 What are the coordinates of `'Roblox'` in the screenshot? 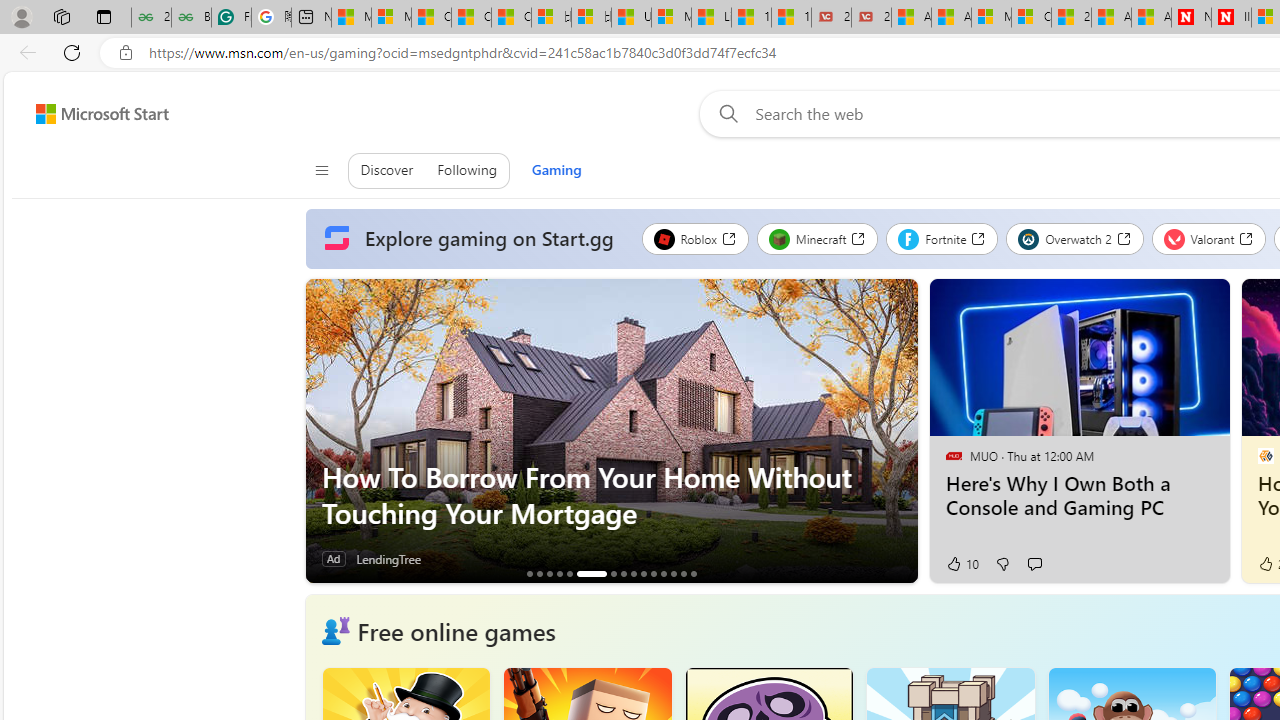 It's located at (695, 238).